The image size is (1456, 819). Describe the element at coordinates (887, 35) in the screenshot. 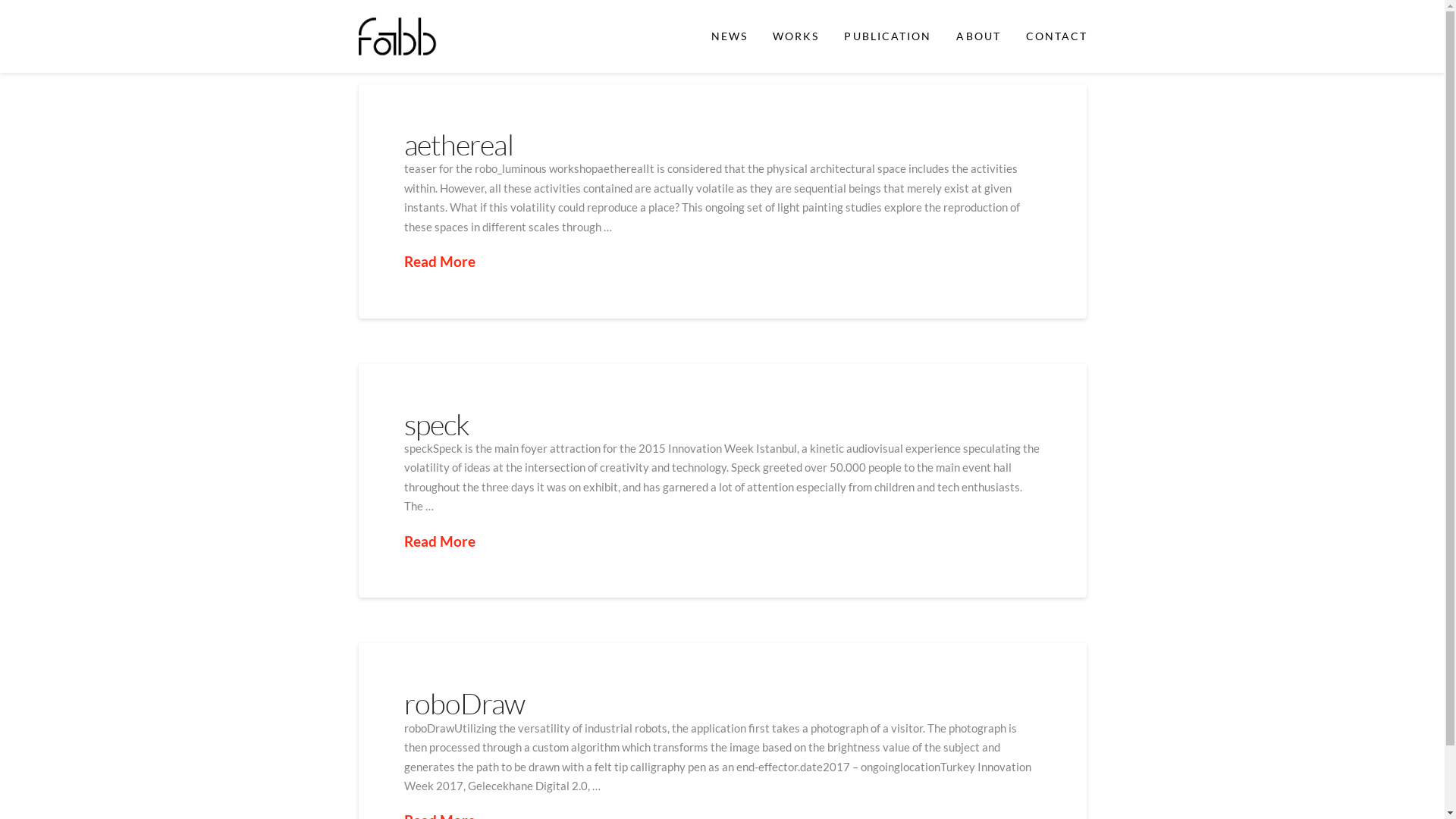

I see `'PUBLICATION'` at that location.